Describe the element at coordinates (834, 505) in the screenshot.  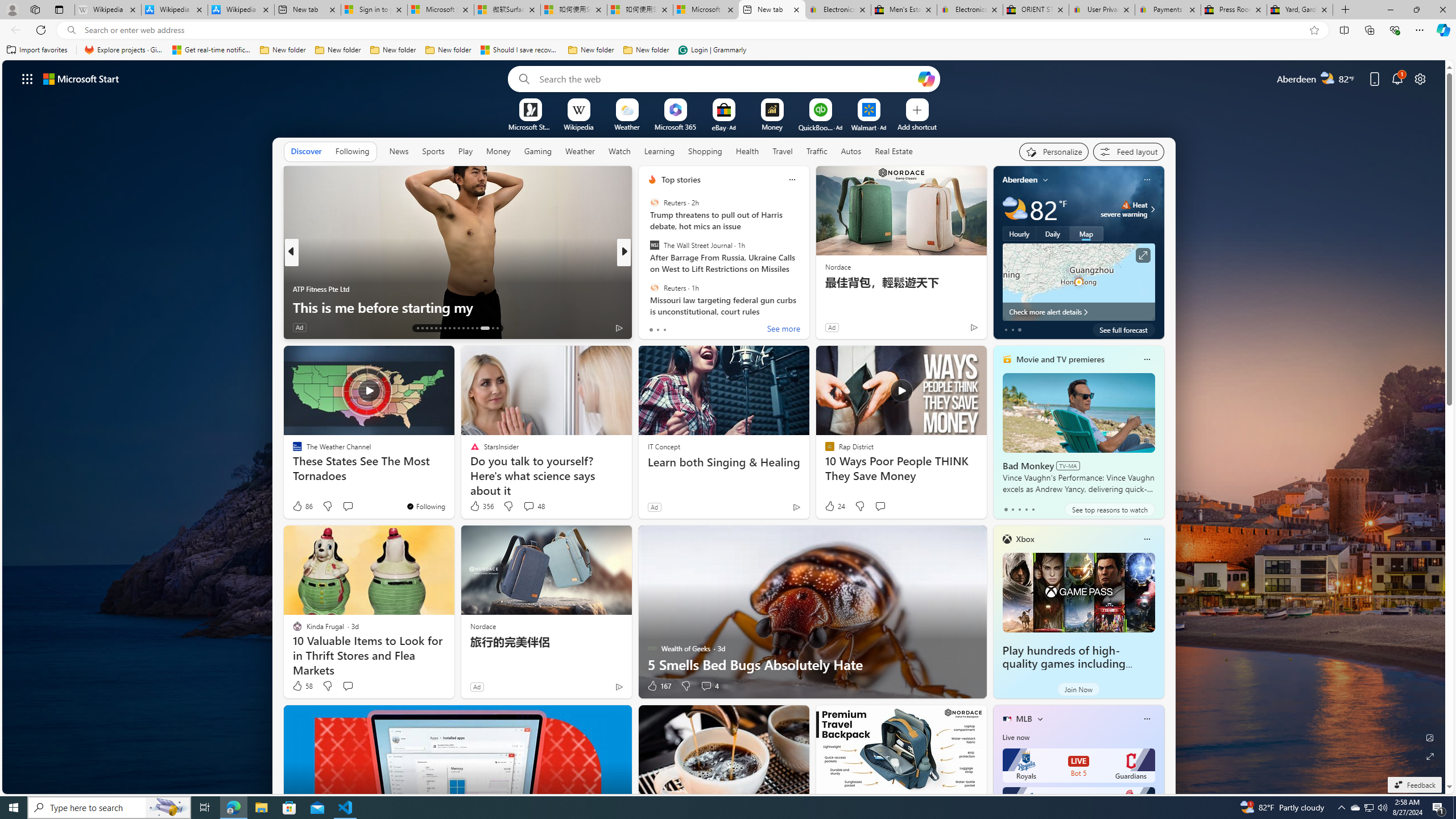
I see `'24 Like'` at that location.